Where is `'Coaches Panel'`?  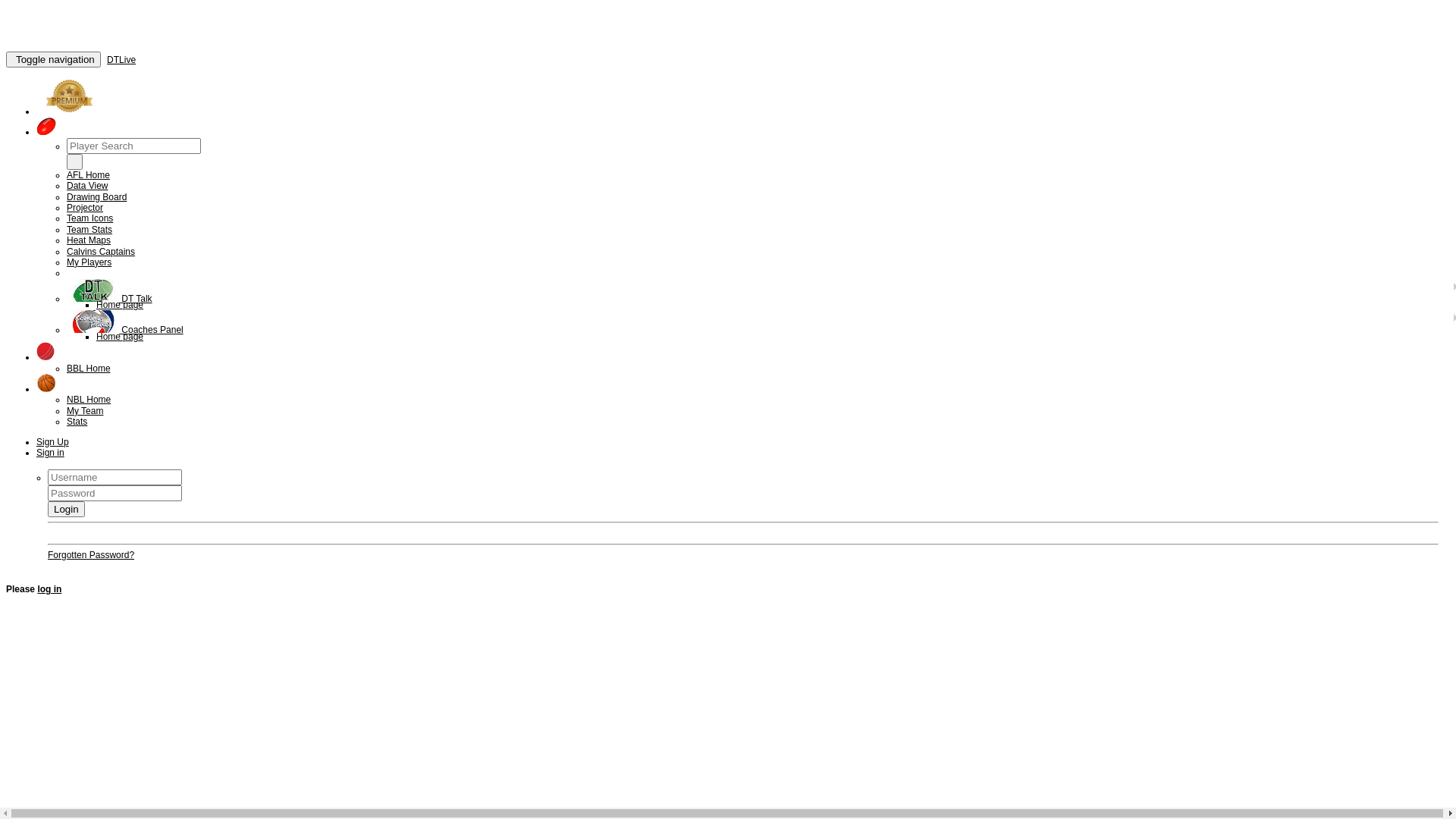 'Coaches Panel' is located at coordinates (124, 329).